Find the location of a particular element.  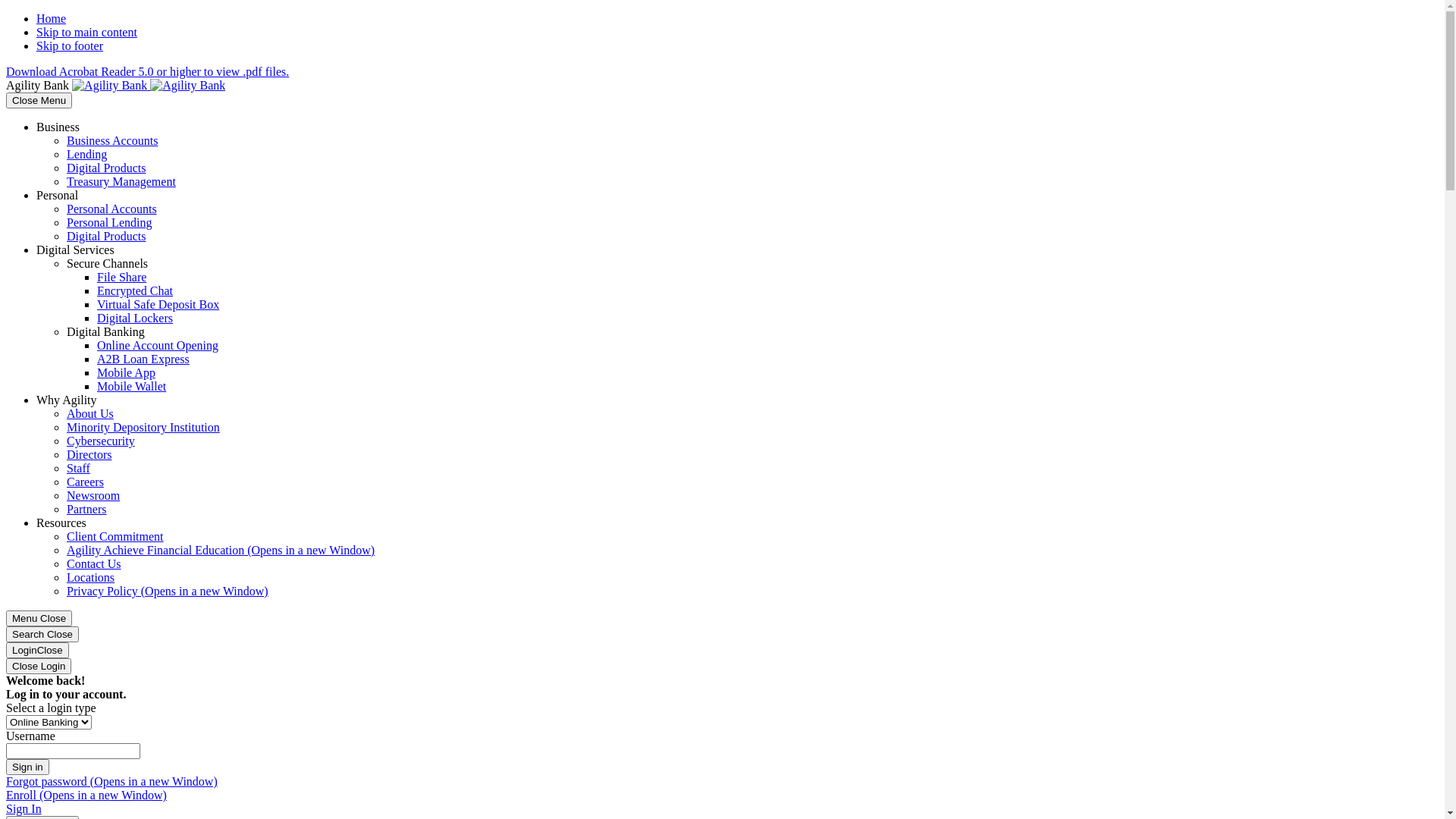

'Digital Products' is located at coordinates (105, 168).